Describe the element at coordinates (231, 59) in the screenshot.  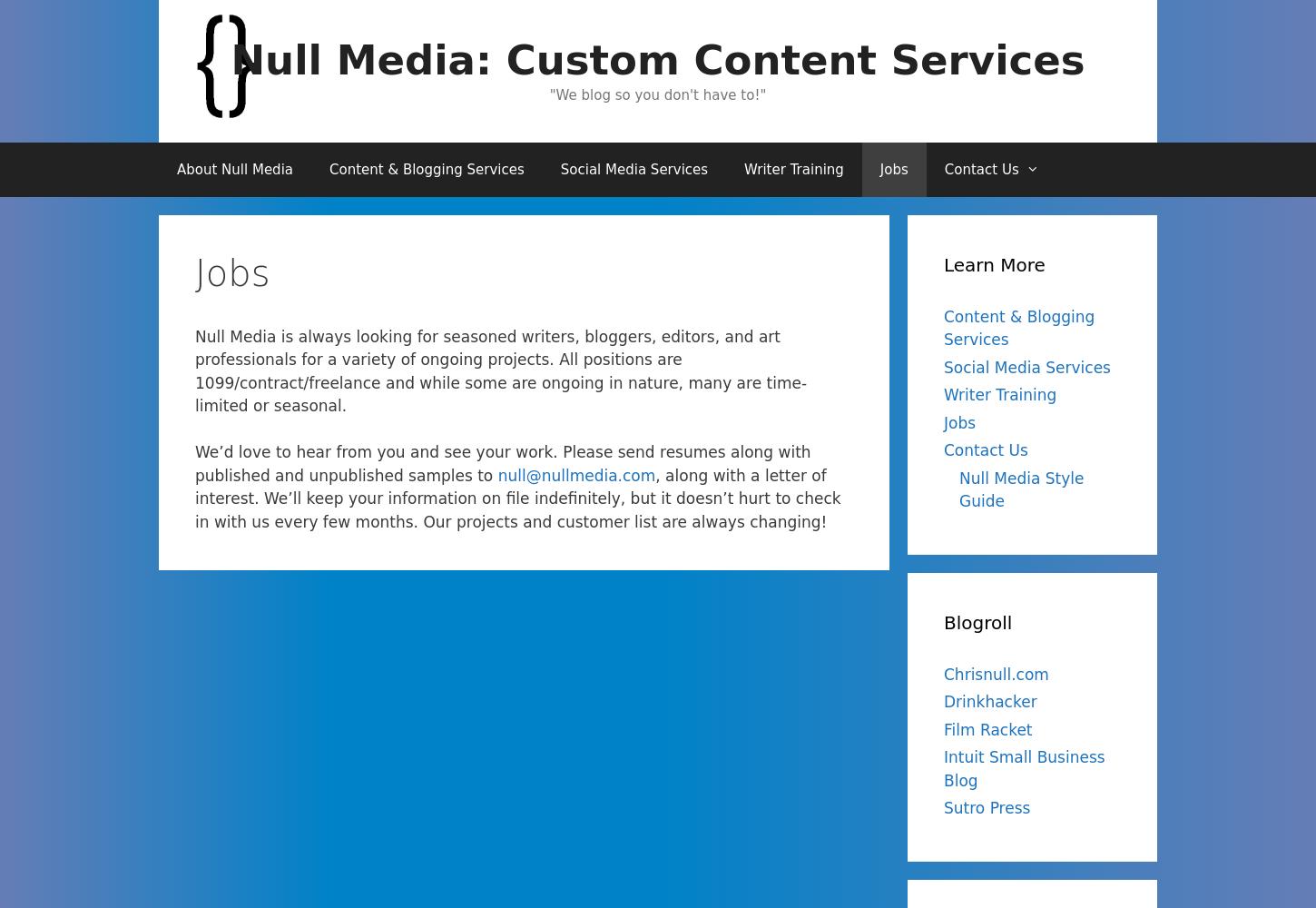
I see `'Null Media: Custom Content Services'` at that location.